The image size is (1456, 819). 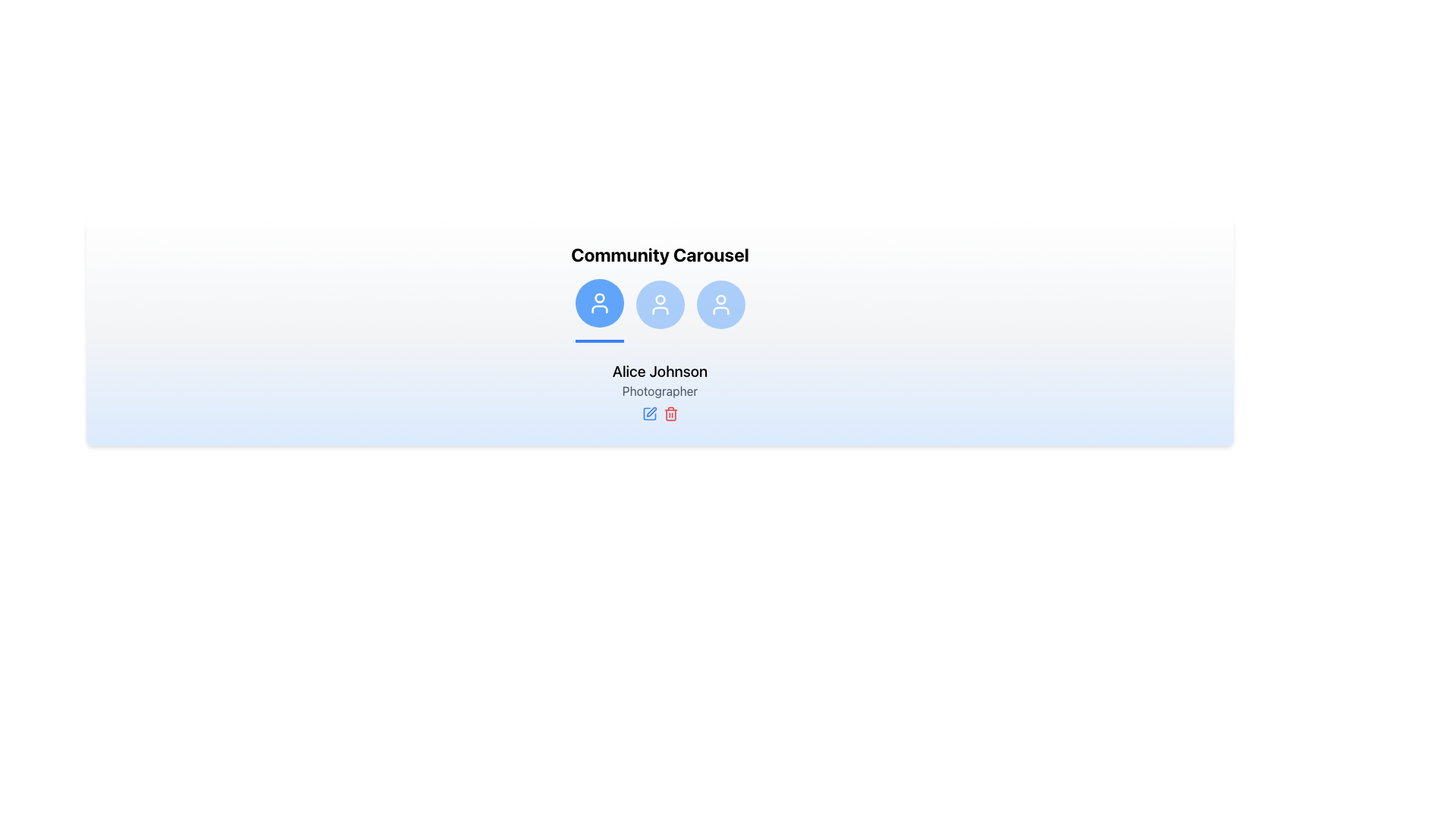 I want to click on the circular graphical component located at the top of the blue circular button in the first position of the button group below 'Community Carousel', so click(x=598, y=298).